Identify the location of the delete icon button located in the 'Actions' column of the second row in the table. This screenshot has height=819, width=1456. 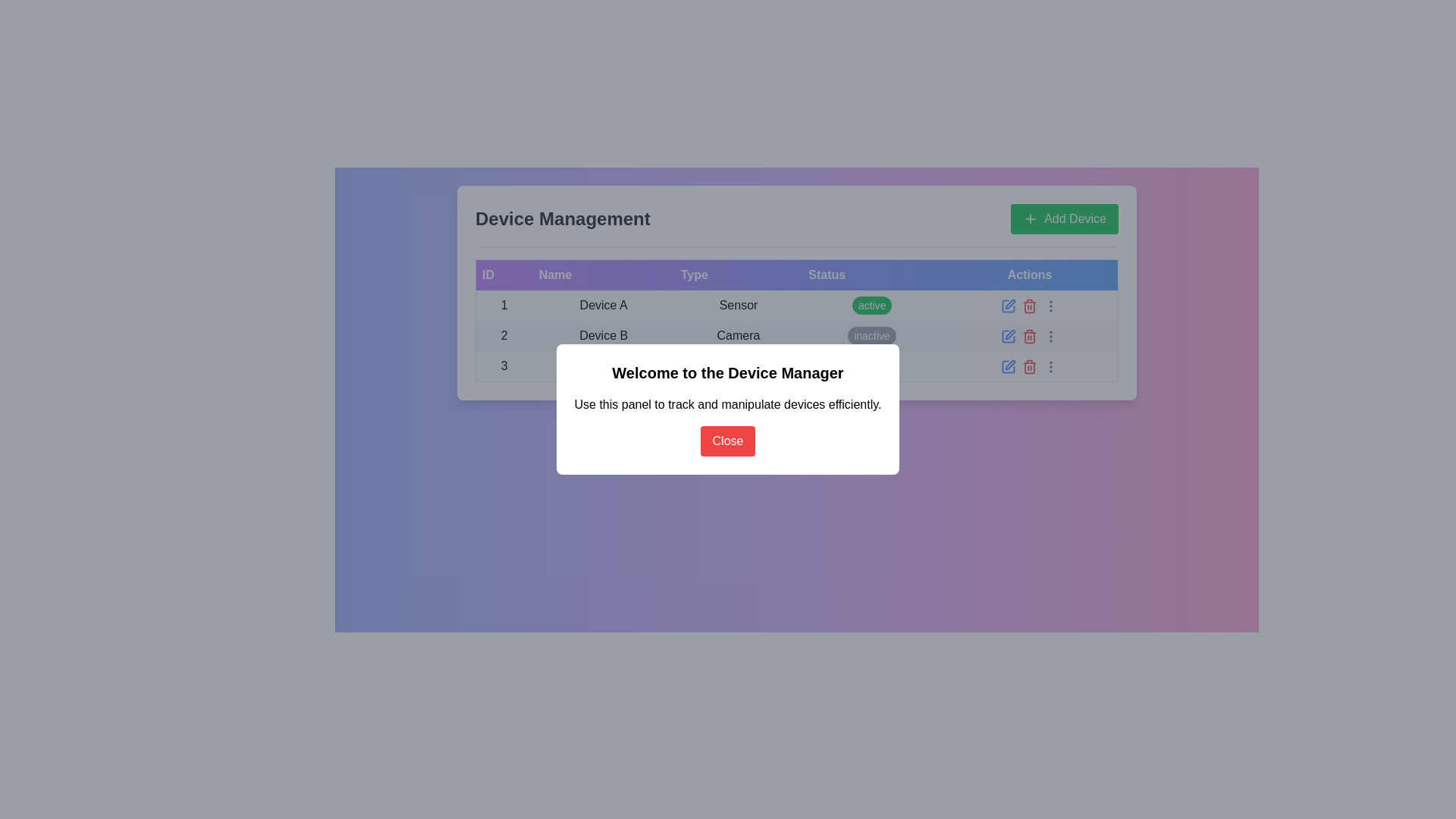
(1030, 306).